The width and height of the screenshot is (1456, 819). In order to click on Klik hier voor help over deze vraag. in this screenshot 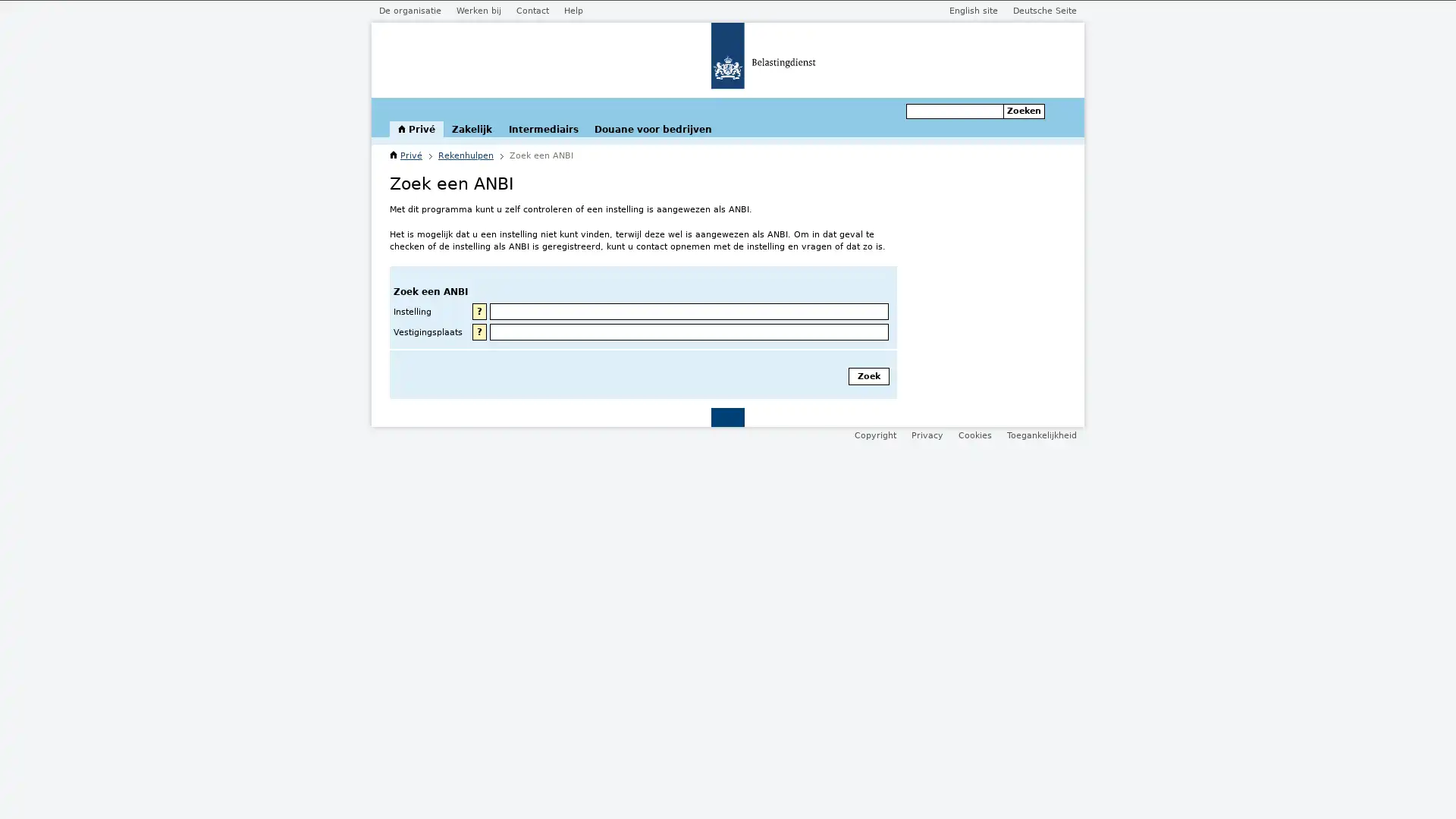, I will do `click(479, 331)`.